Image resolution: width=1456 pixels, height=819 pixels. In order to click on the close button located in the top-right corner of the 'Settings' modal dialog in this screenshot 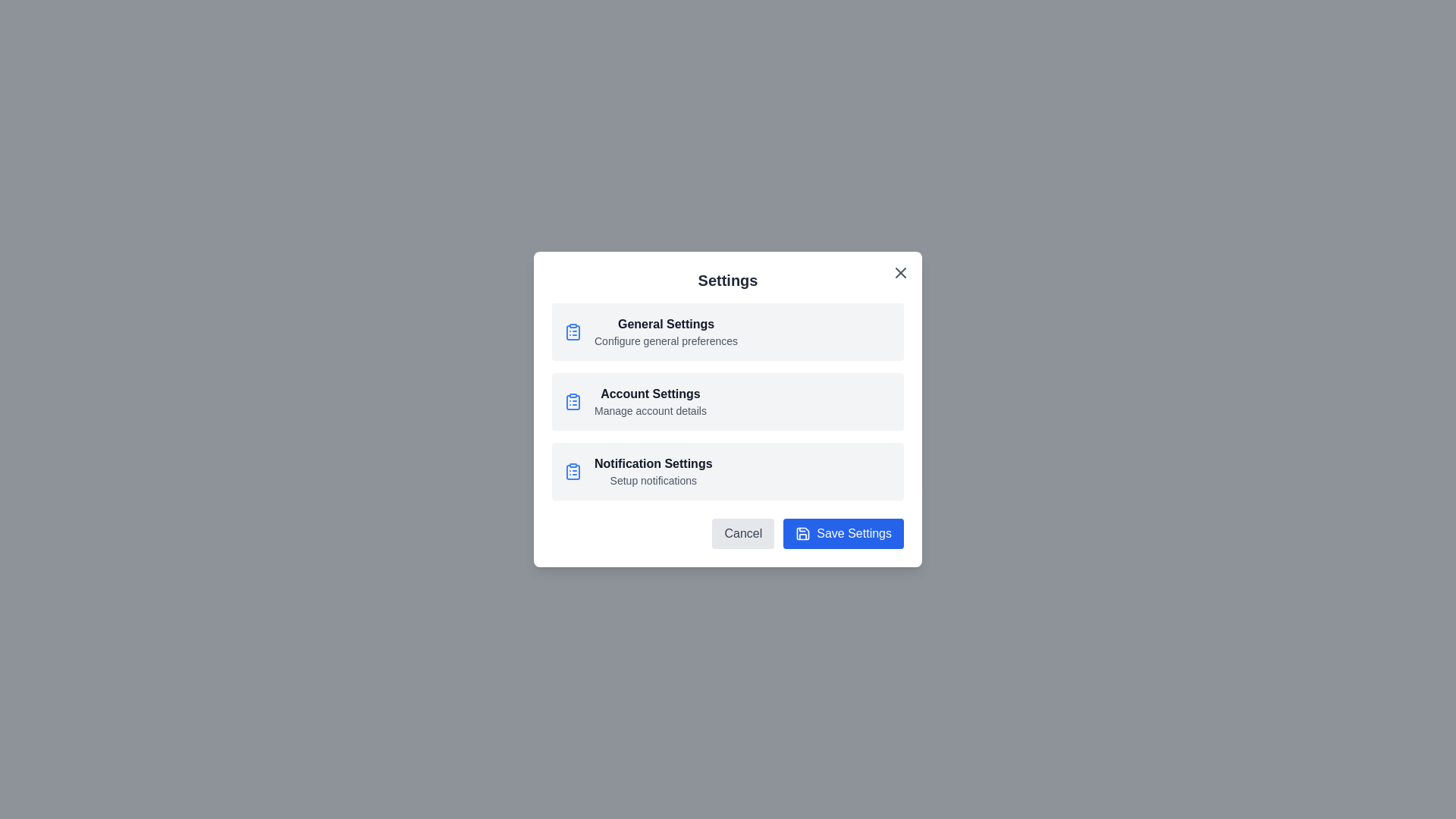, I will do `click(901, 271)`.